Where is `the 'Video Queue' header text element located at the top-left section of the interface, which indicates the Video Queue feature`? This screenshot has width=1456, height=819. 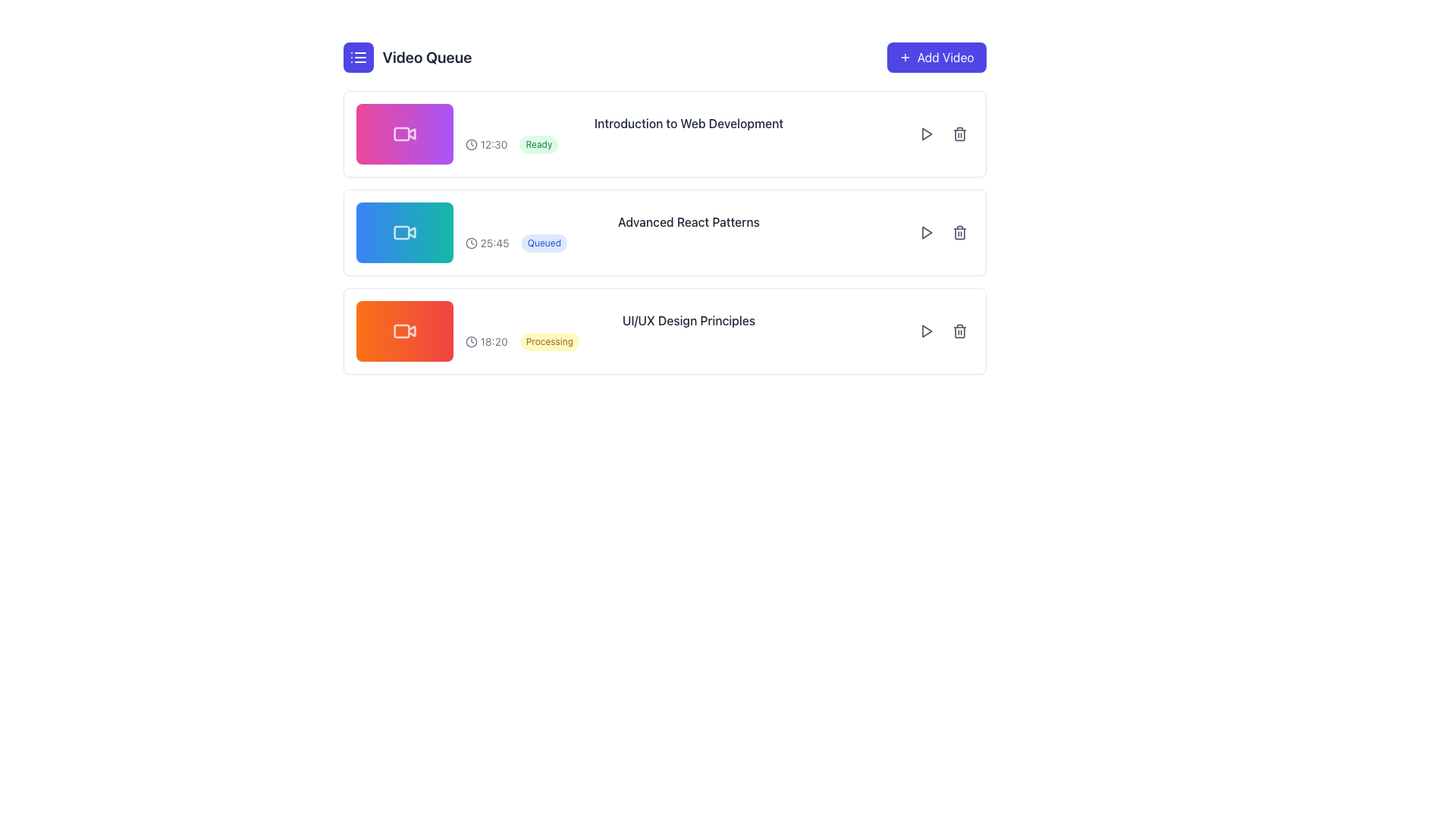
the 'Video Queue' header text element located at the top-left section of the interface, which indicates the Video Queue feature is located at coordinates (426, 57).